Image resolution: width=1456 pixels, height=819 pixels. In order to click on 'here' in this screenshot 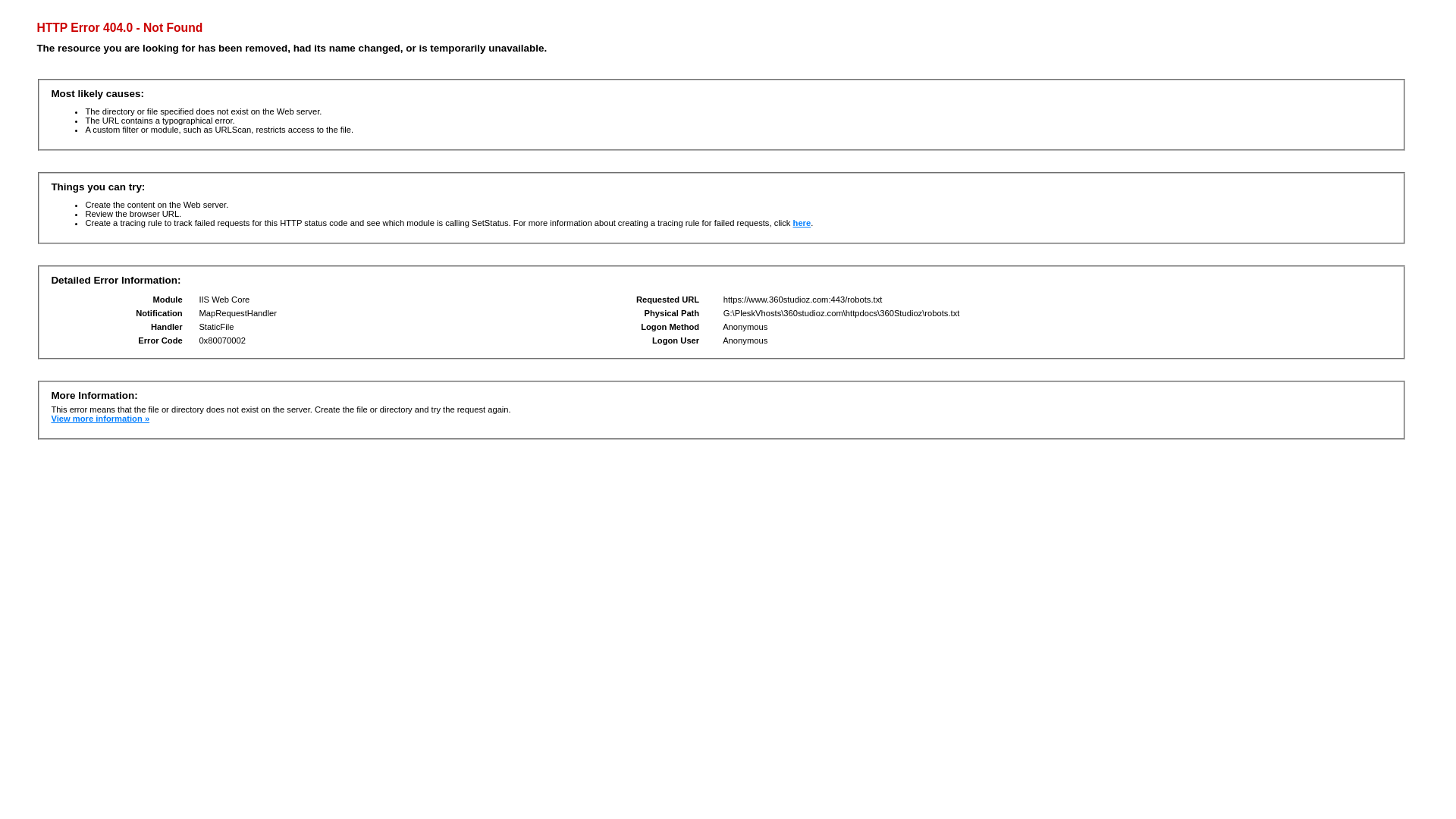, I will do `click(801, 222)`.